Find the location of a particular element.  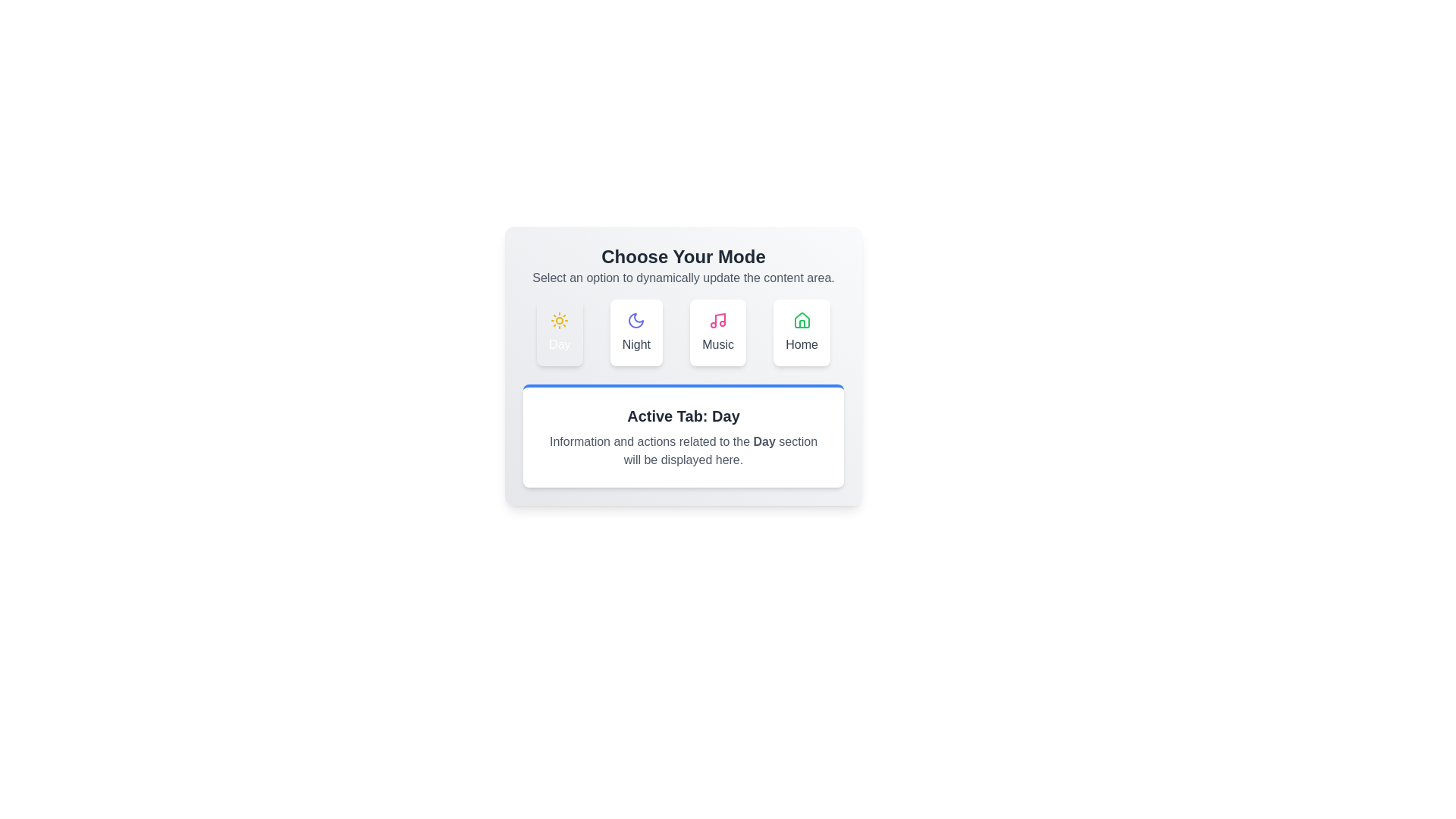

the 'Music' button, which is the third button in a row of four buttons is located at coordinates (717, 332).